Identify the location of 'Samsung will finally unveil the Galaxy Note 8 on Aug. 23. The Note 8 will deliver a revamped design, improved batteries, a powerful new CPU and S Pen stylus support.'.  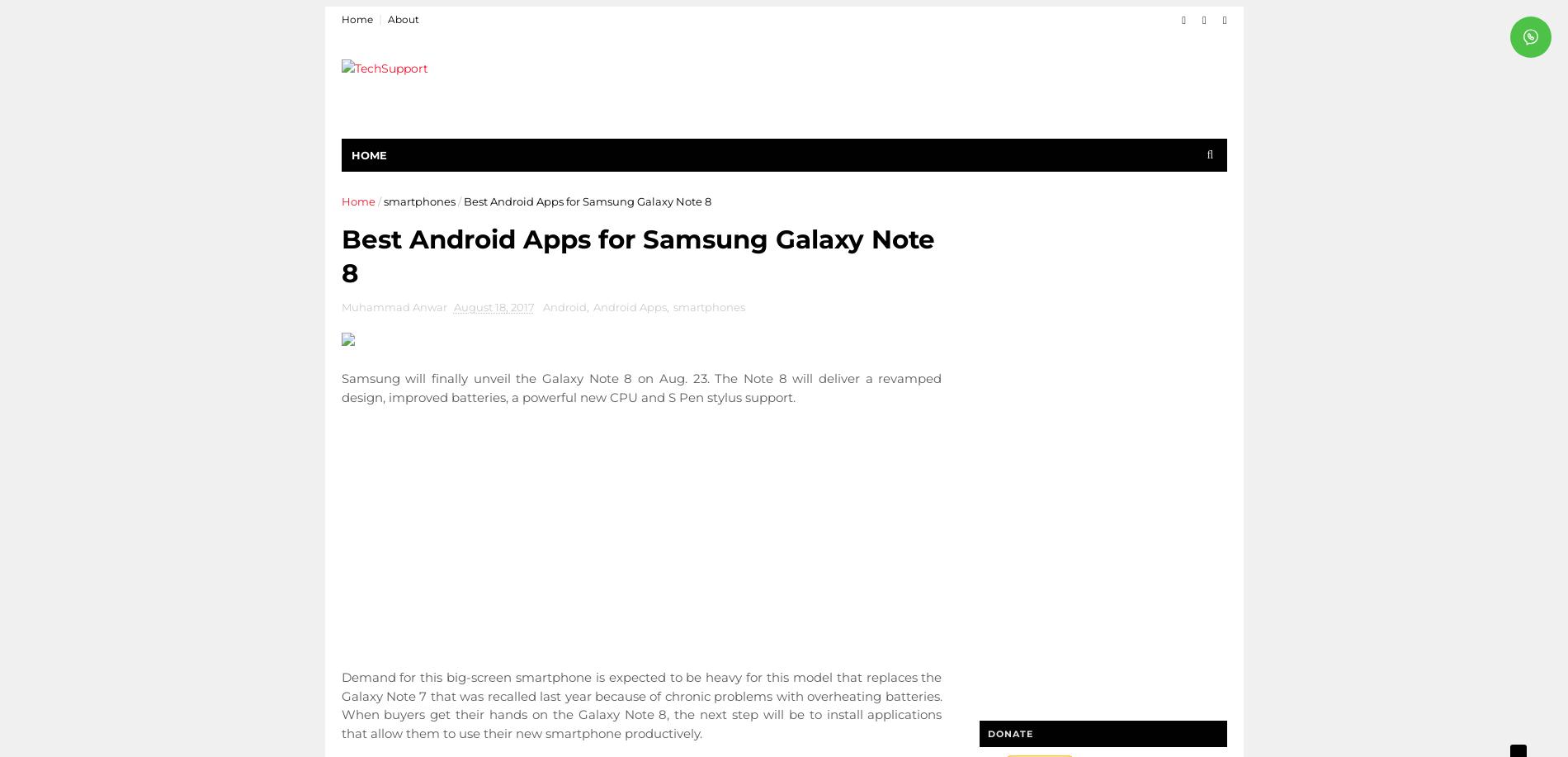
(640, 386).